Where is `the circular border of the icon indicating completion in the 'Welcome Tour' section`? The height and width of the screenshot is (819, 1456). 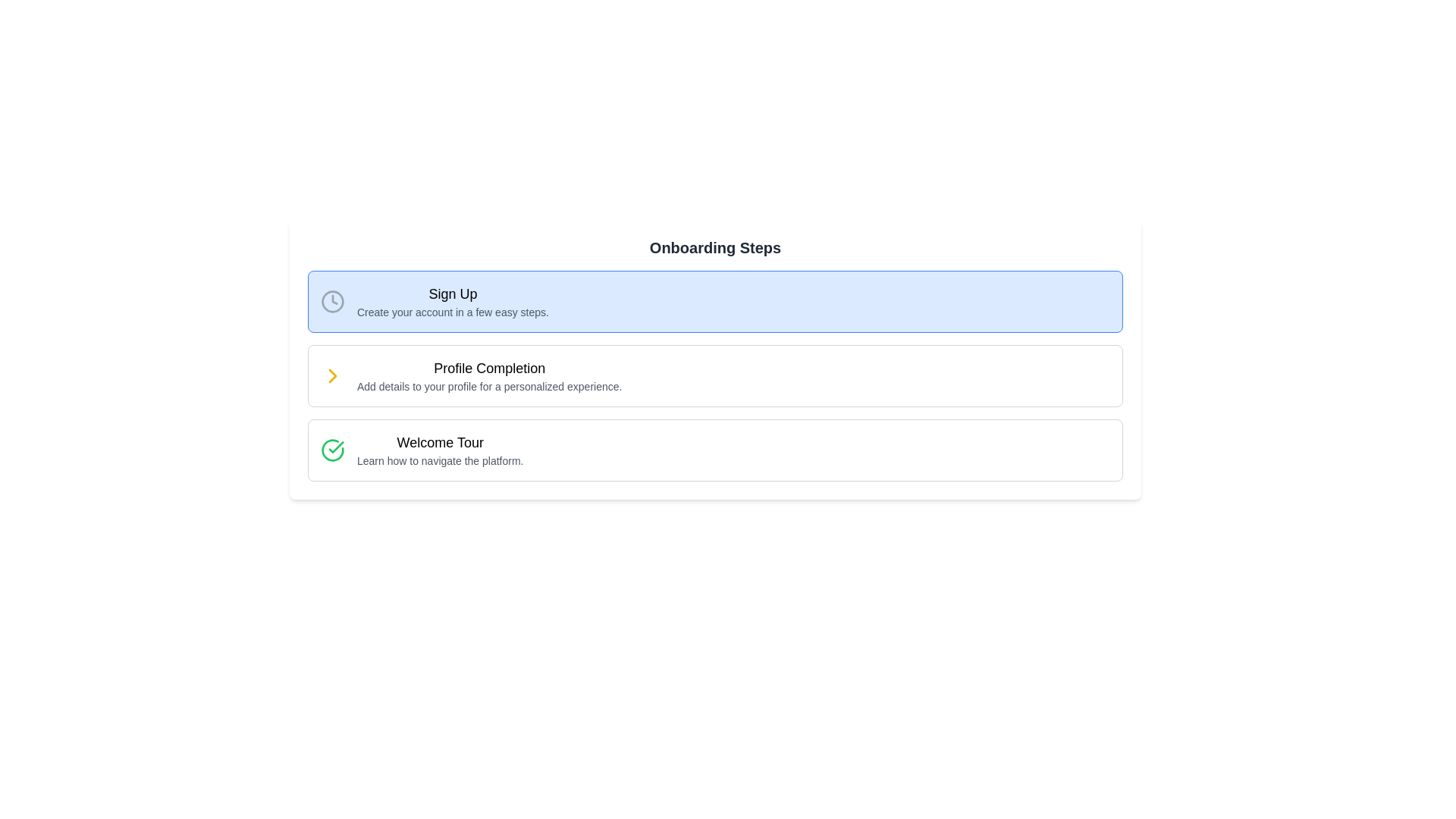 the circular border of the icon indicating completion in the 'Welcome Tour' section is located at coordinates (331, 450).